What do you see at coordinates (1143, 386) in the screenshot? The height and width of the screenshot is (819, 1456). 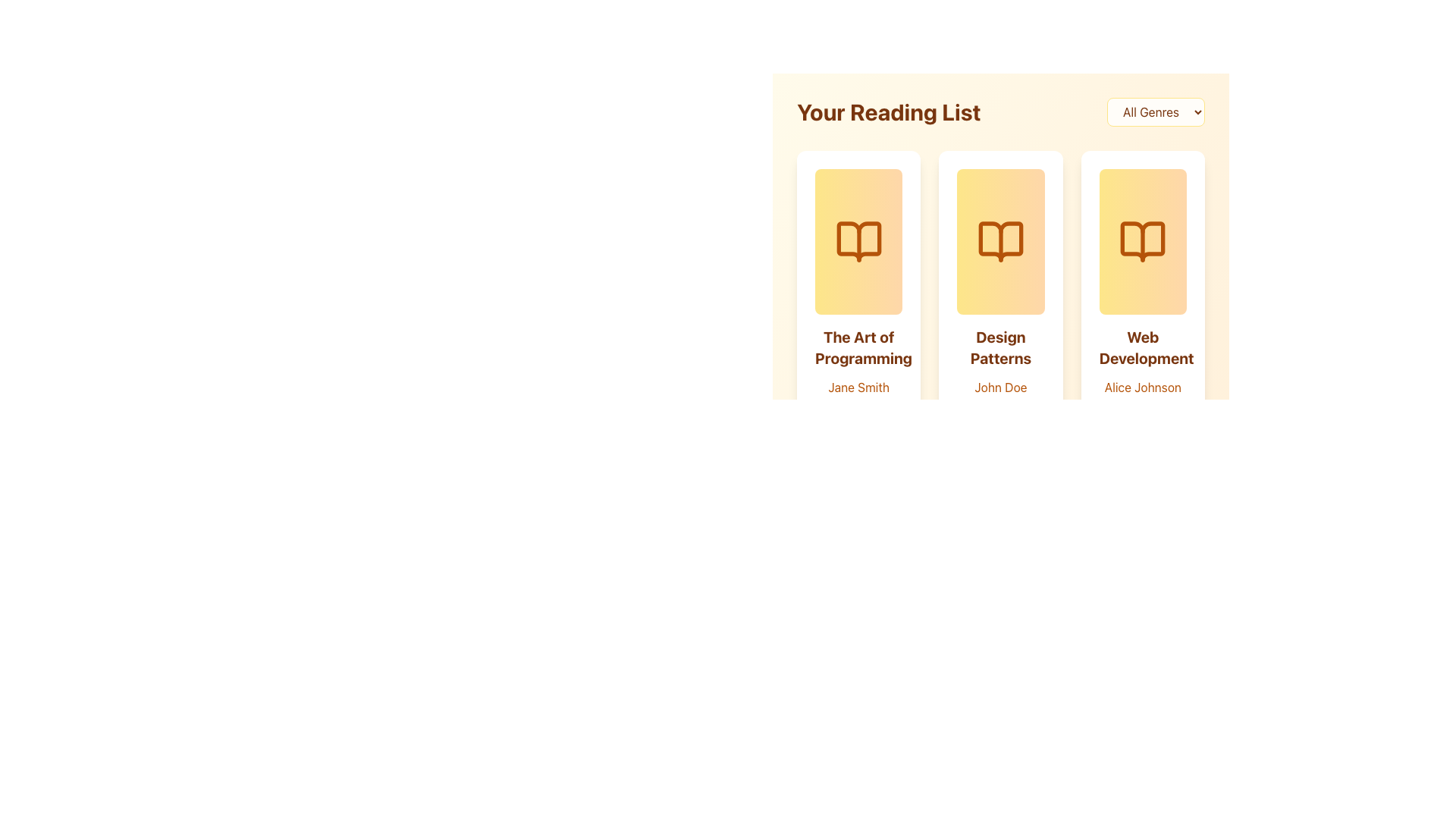 I see `the text label displaying 'Alice Johnson' in amber color, located under 'Your Reading List' heading and above time and rating values` at bounding box center [1143, 386].